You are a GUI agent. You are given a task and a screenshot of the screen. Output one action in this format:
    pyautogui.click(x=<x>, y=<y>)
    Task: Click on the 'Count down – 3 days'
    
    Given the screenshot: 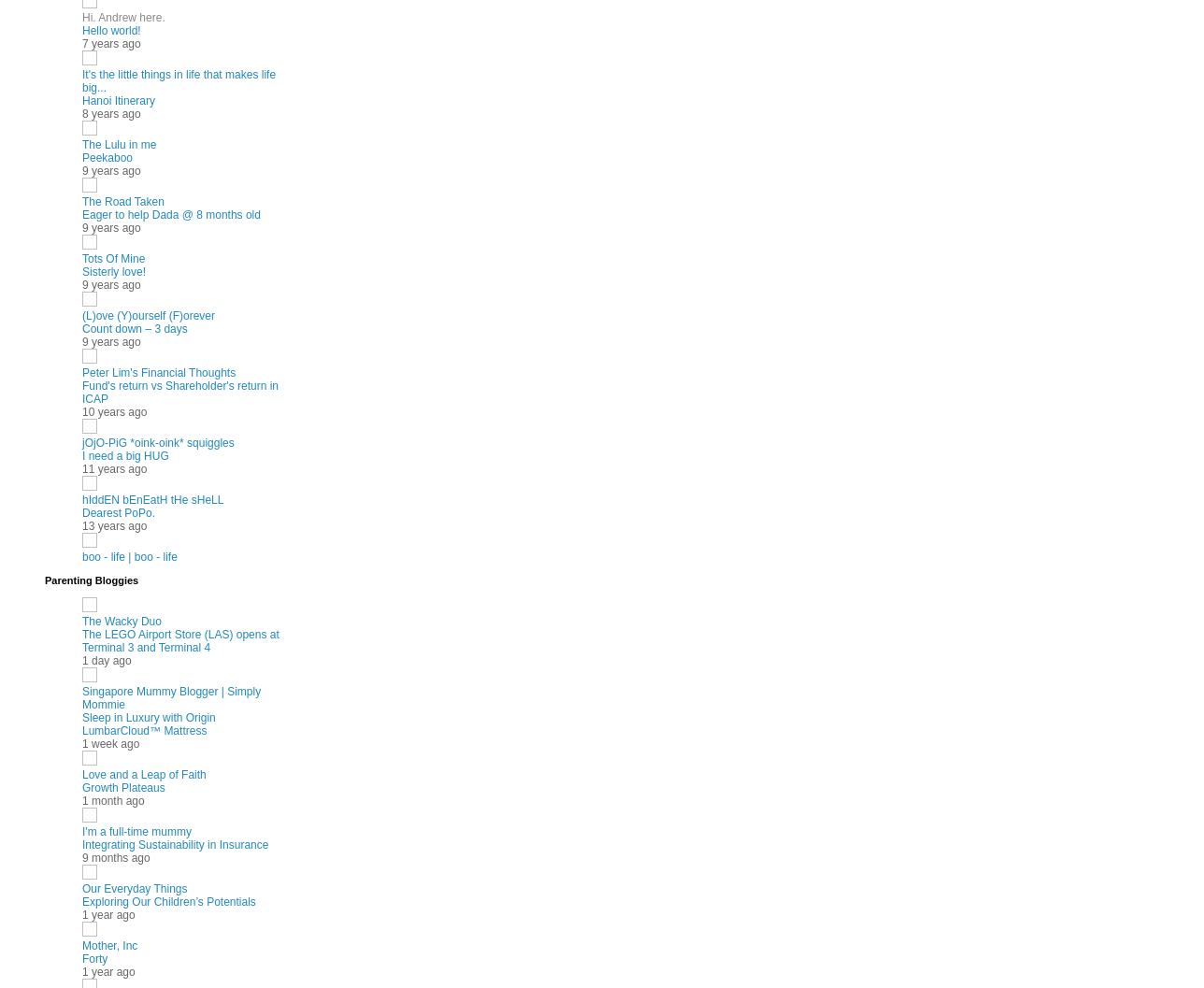 What is the action you would take?
    pyautogui.click(x=134, y=328)
    